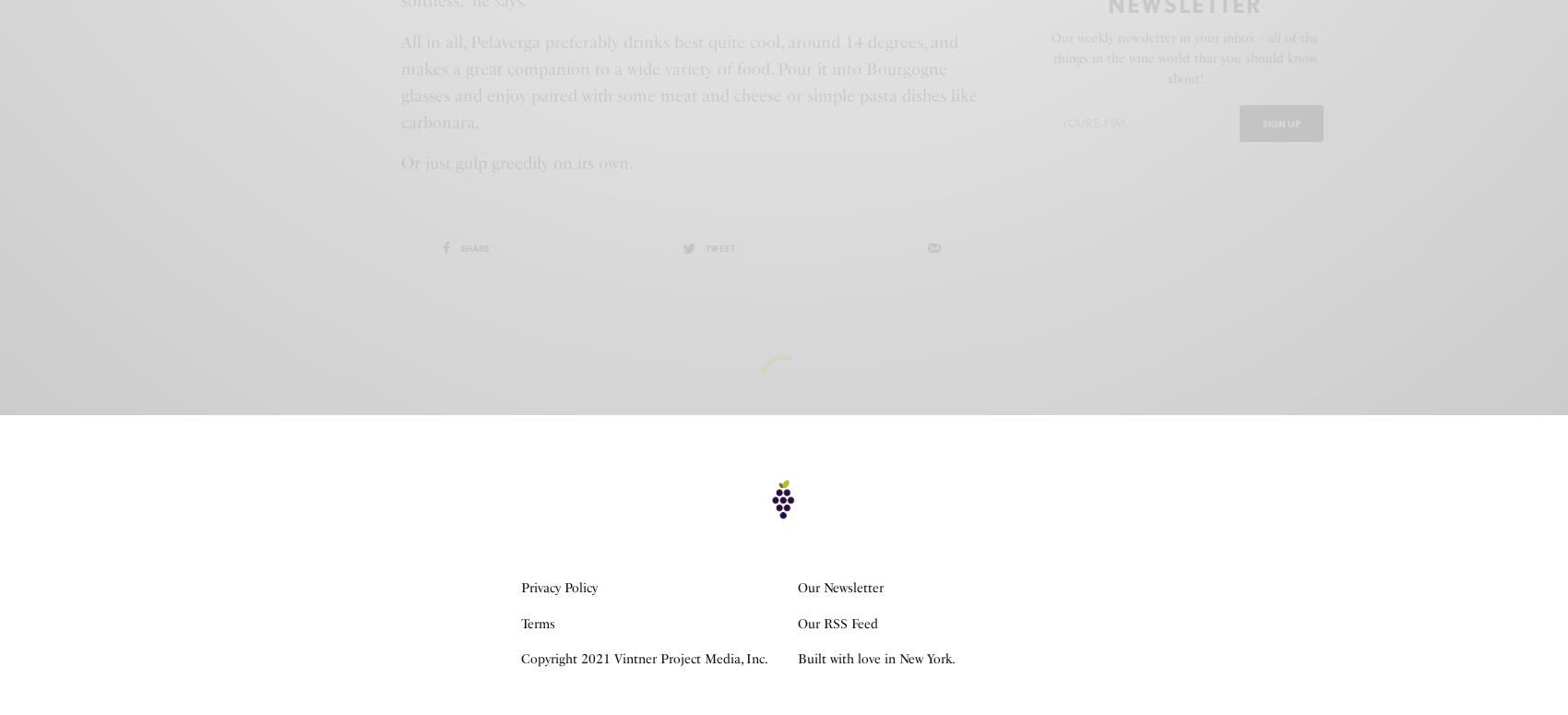 This screenshot has width=1568, height=715. What do you see at coordinates (1280, 121) in the screenshot?
I see `'SIGN UP'` at bounding box center [1280, 121].